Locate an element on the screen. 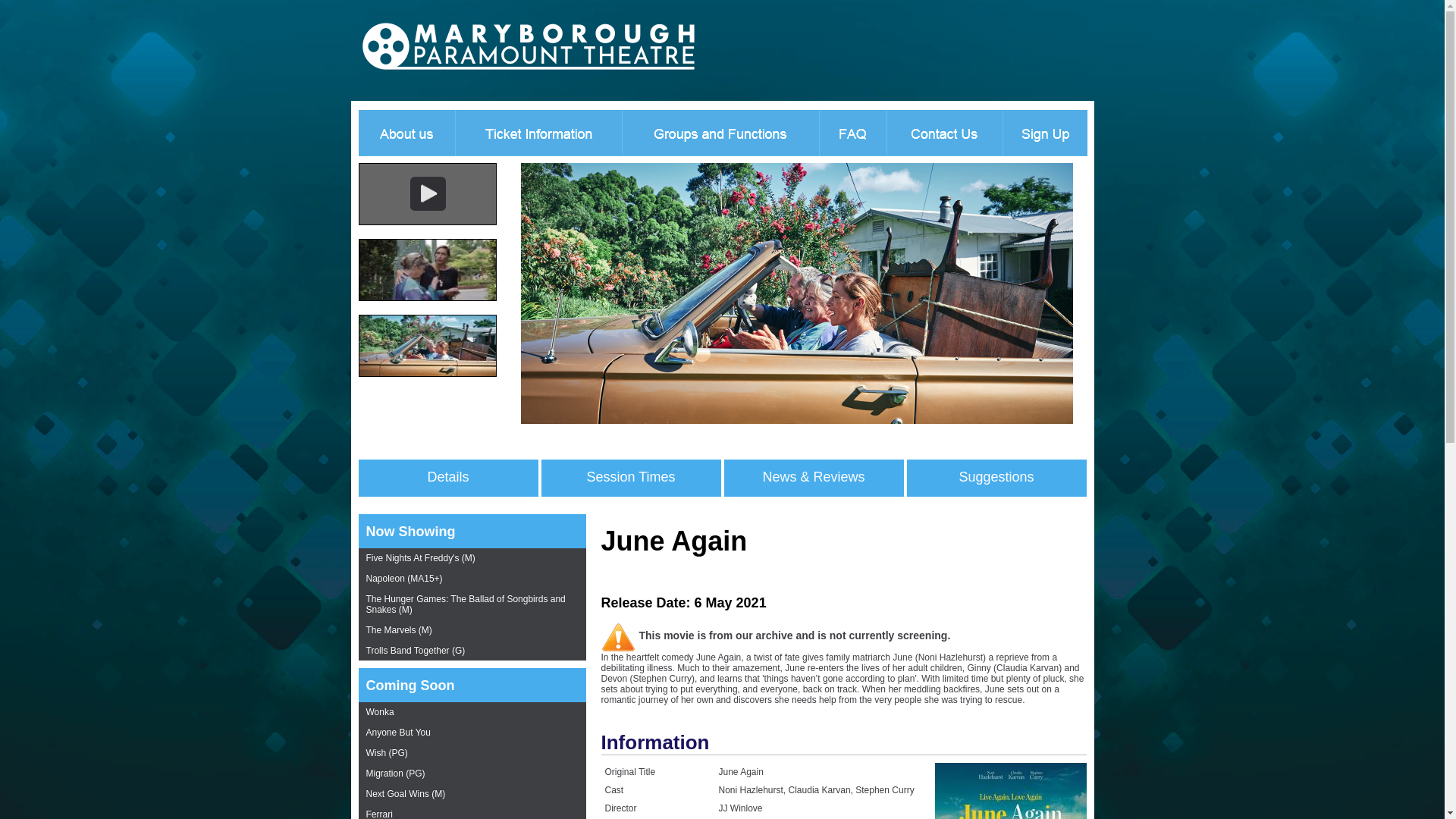 The height and width of the screenshot is (819, 1456). 'Session Times' is located at coordinates (631, 478).